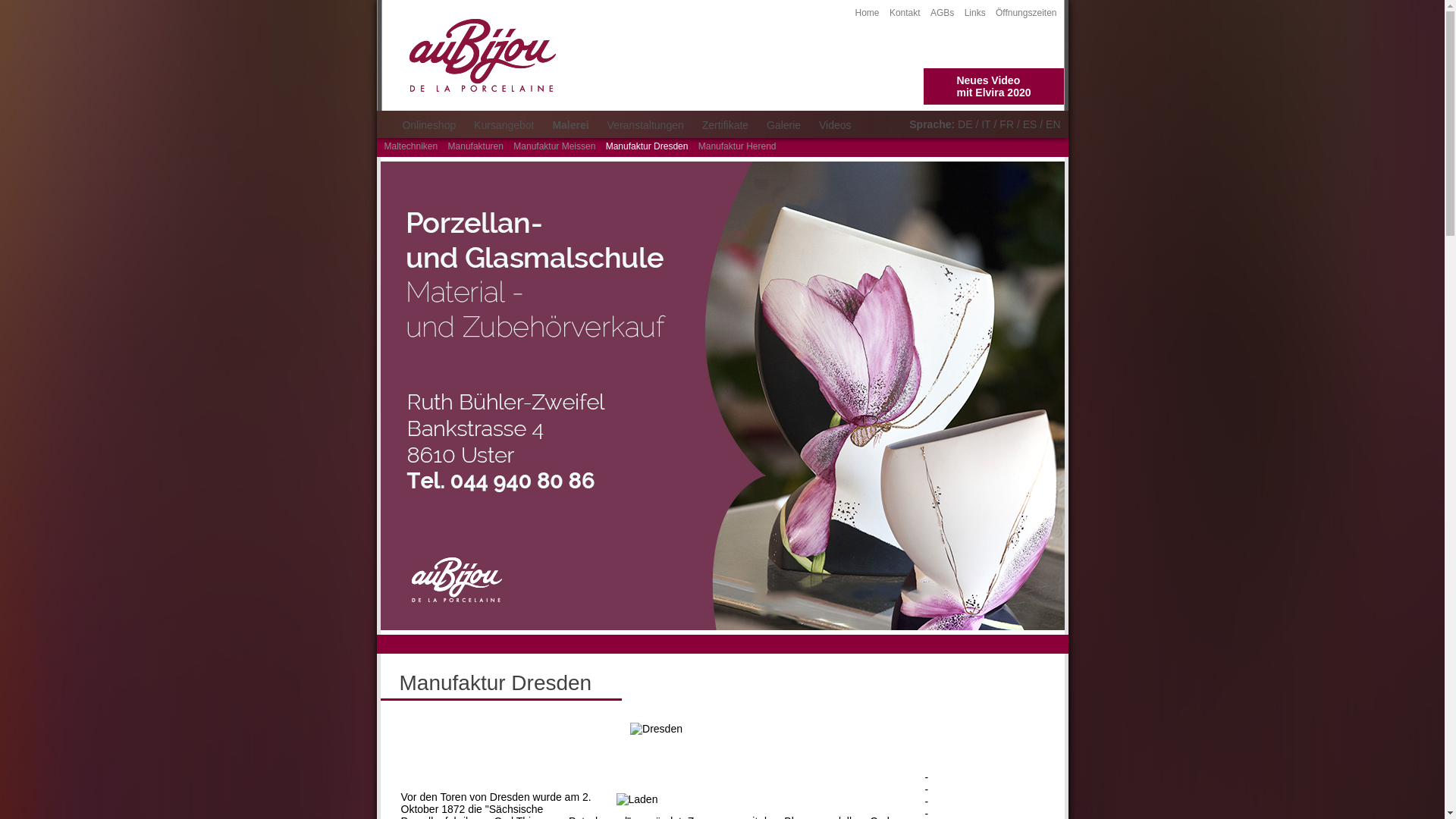 This screenshot has height=819, width=1456. What do you see at coordinates (1052, 124) in the screenshot?
I see `'EN'` at bounding box center [1052, 124].